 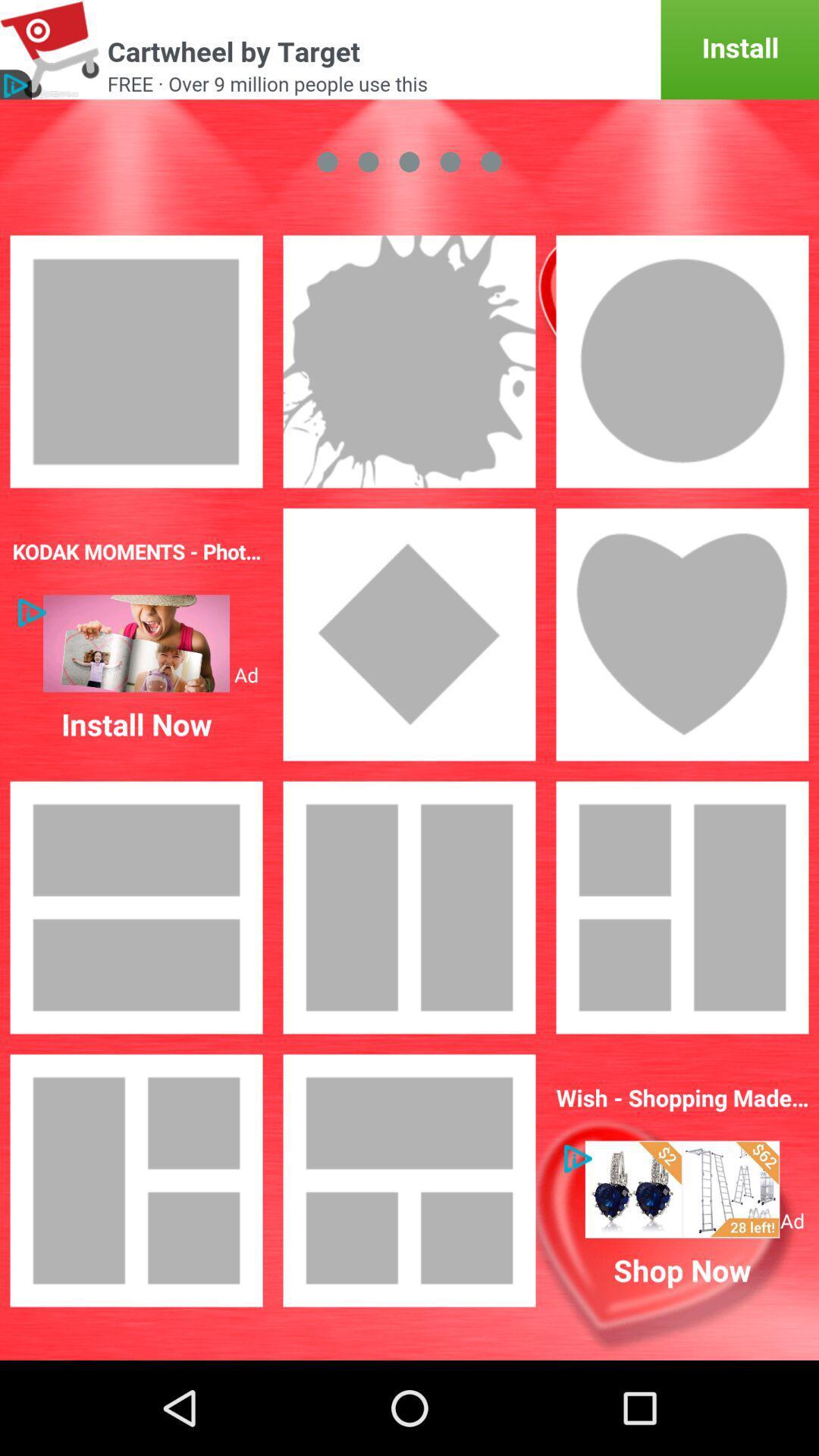 What do you see at coordinates (681, 634) in the screenshot?
I see `symbol of love` at bounding box center [681, 634].